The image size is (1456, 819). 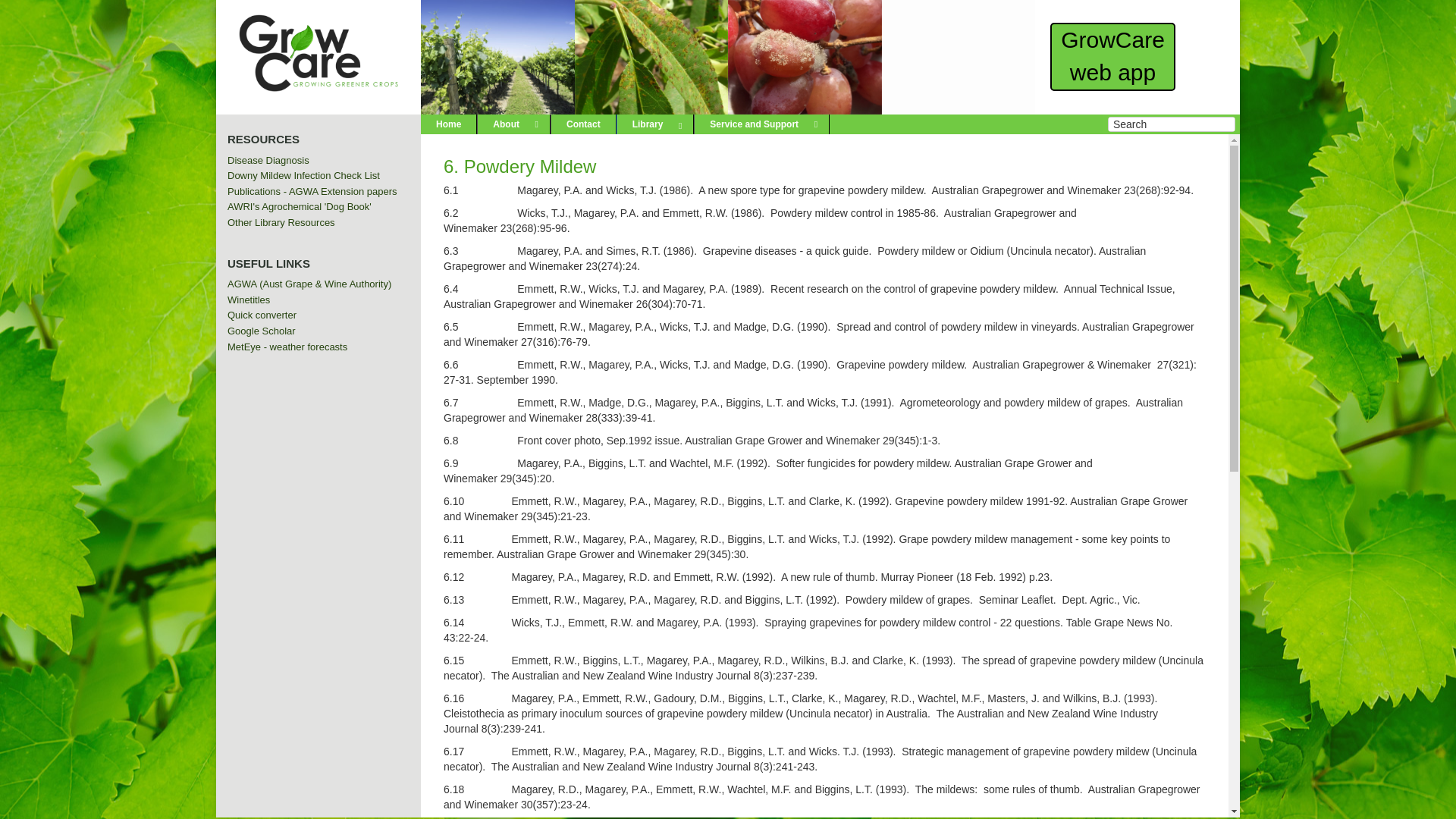 I want to click on 'Library', so click(x=655, y=124).